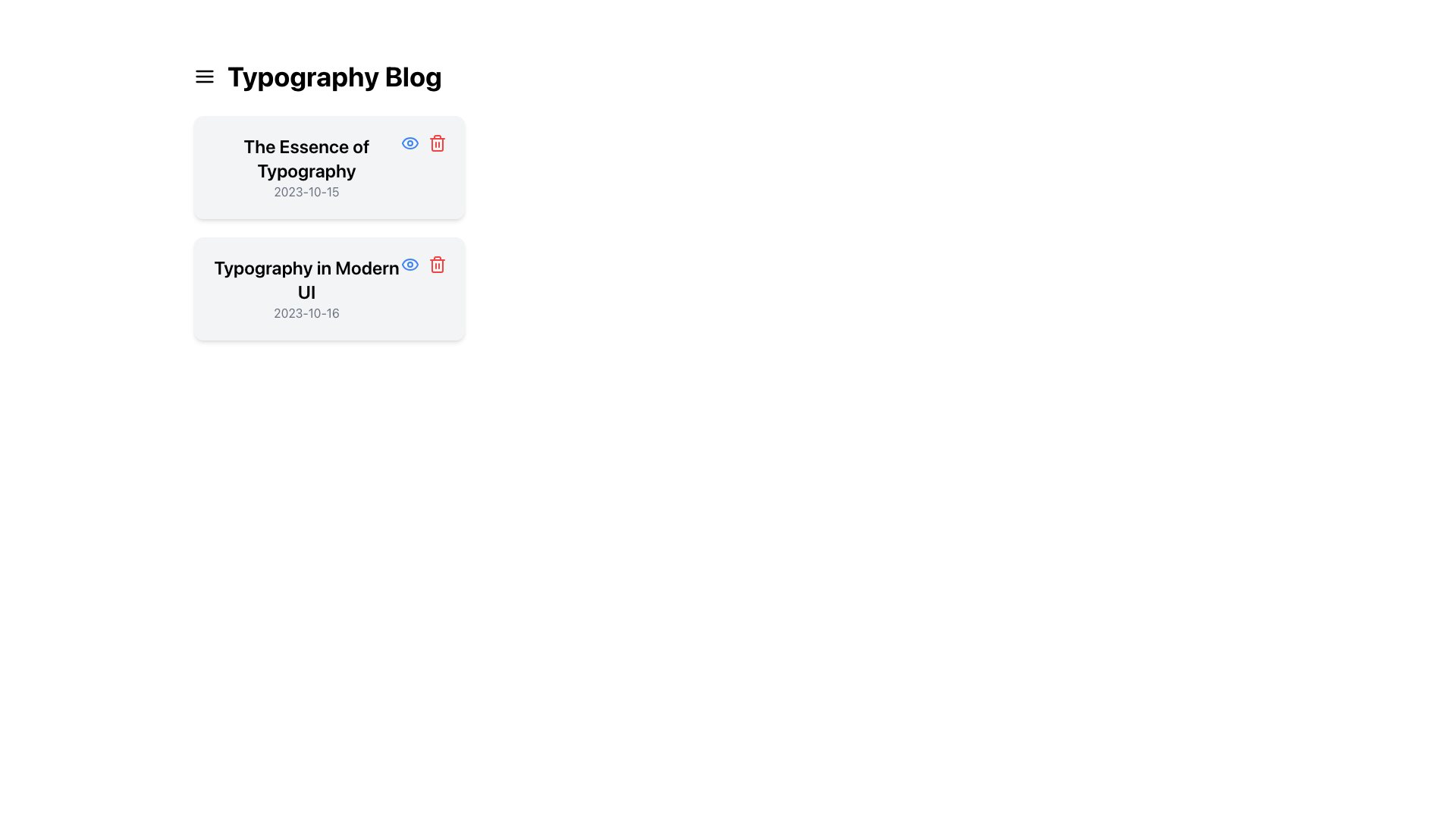  What do you see at coordinates (436, 145) in the screenshot?
I see `the trash can icon located in the top-right corner of the card titled 'The Essence of Typography'` at bounding box center [436, 145].